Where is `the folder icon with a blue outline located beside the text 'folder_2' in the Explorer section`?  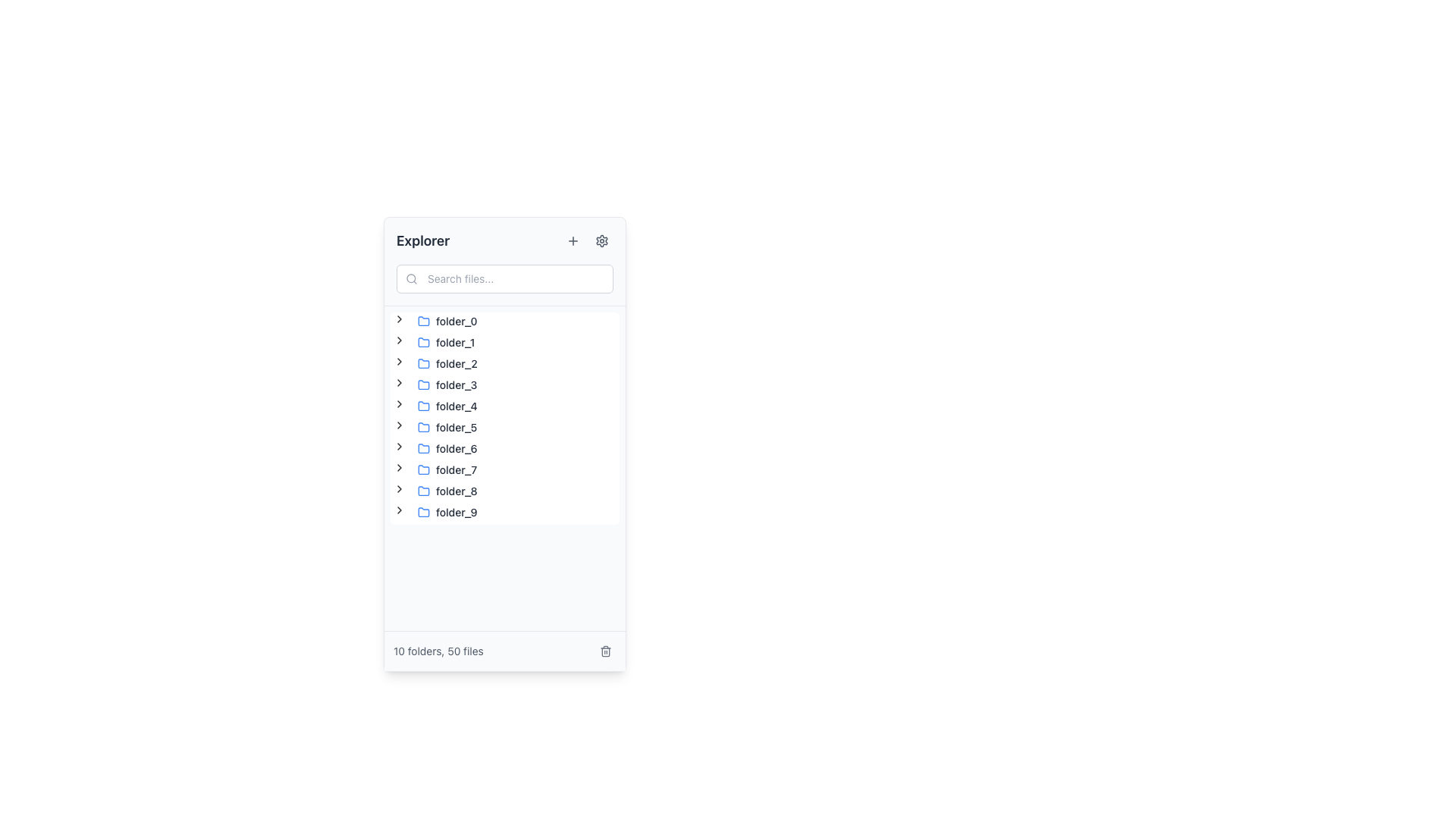
the folder icon with a blue outline located beside the text 'folder_2' in the Explorer section is located at coordinates (423, 363).